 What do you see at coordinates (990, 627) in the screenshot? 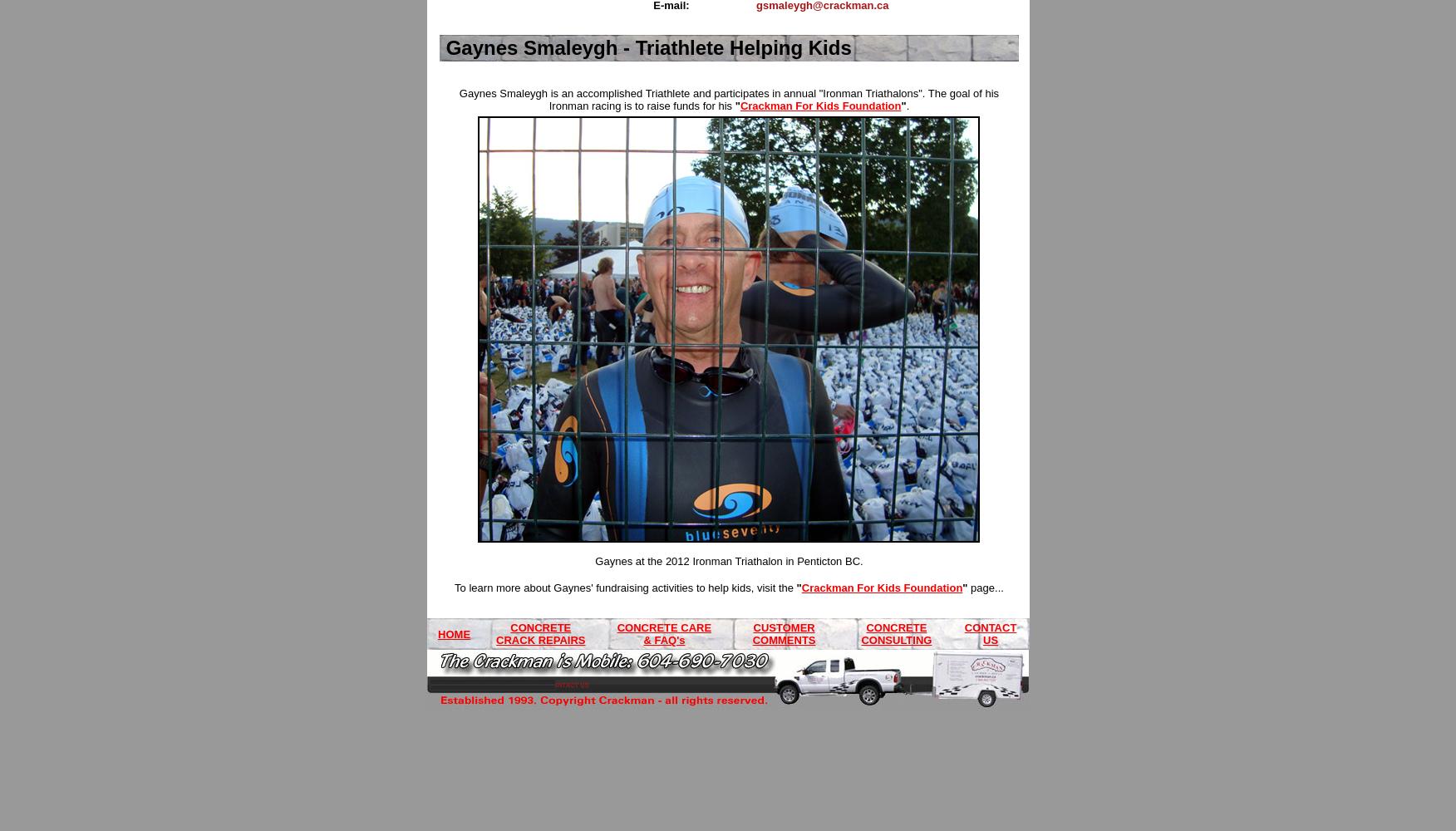
I see `'CONTACT'` at bounding box center [990, 627].